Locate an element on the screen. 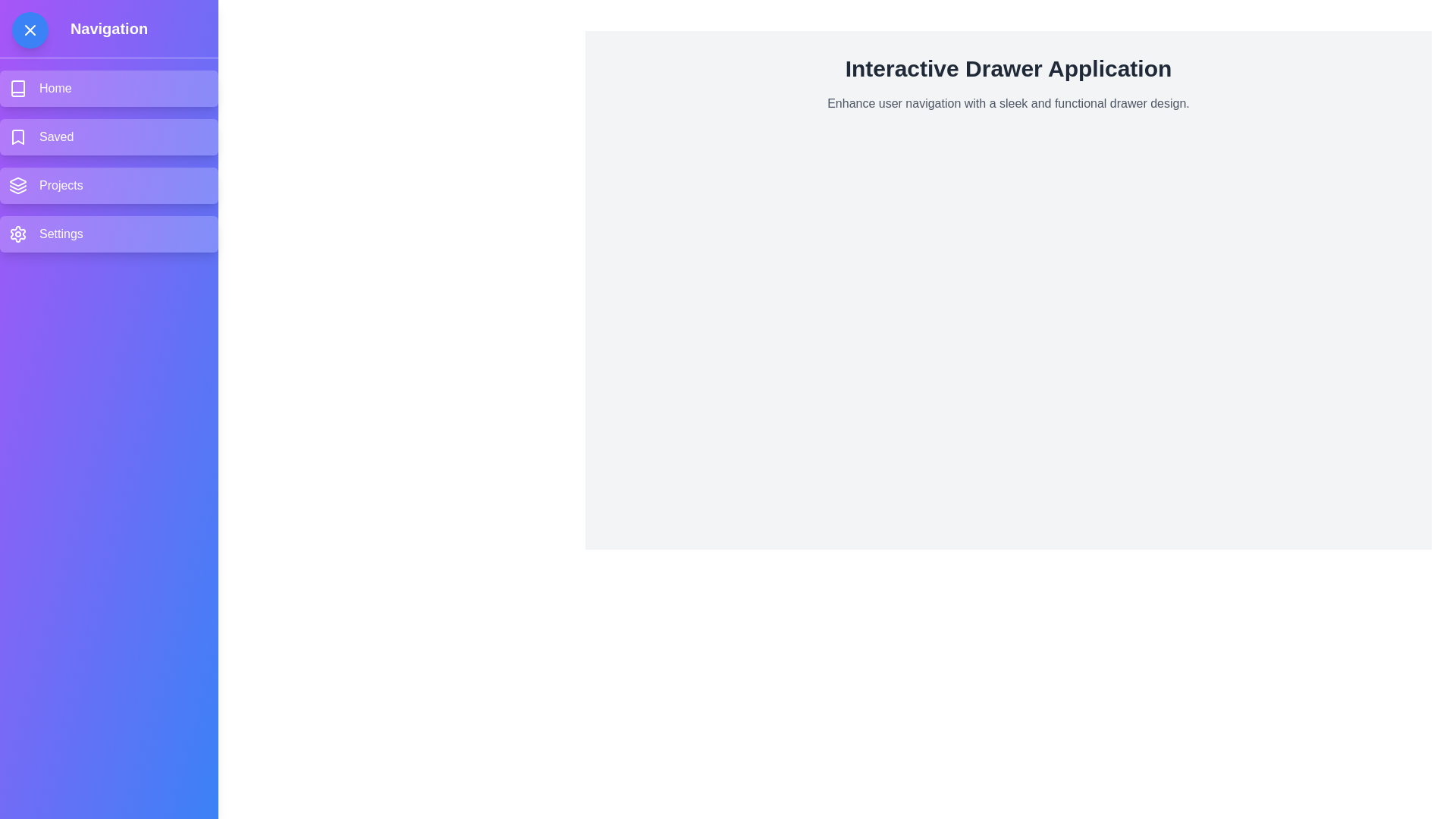 The image size is (1456, 819). the menu item labeled Settings in the drawer is located at coordinates (108, 234).